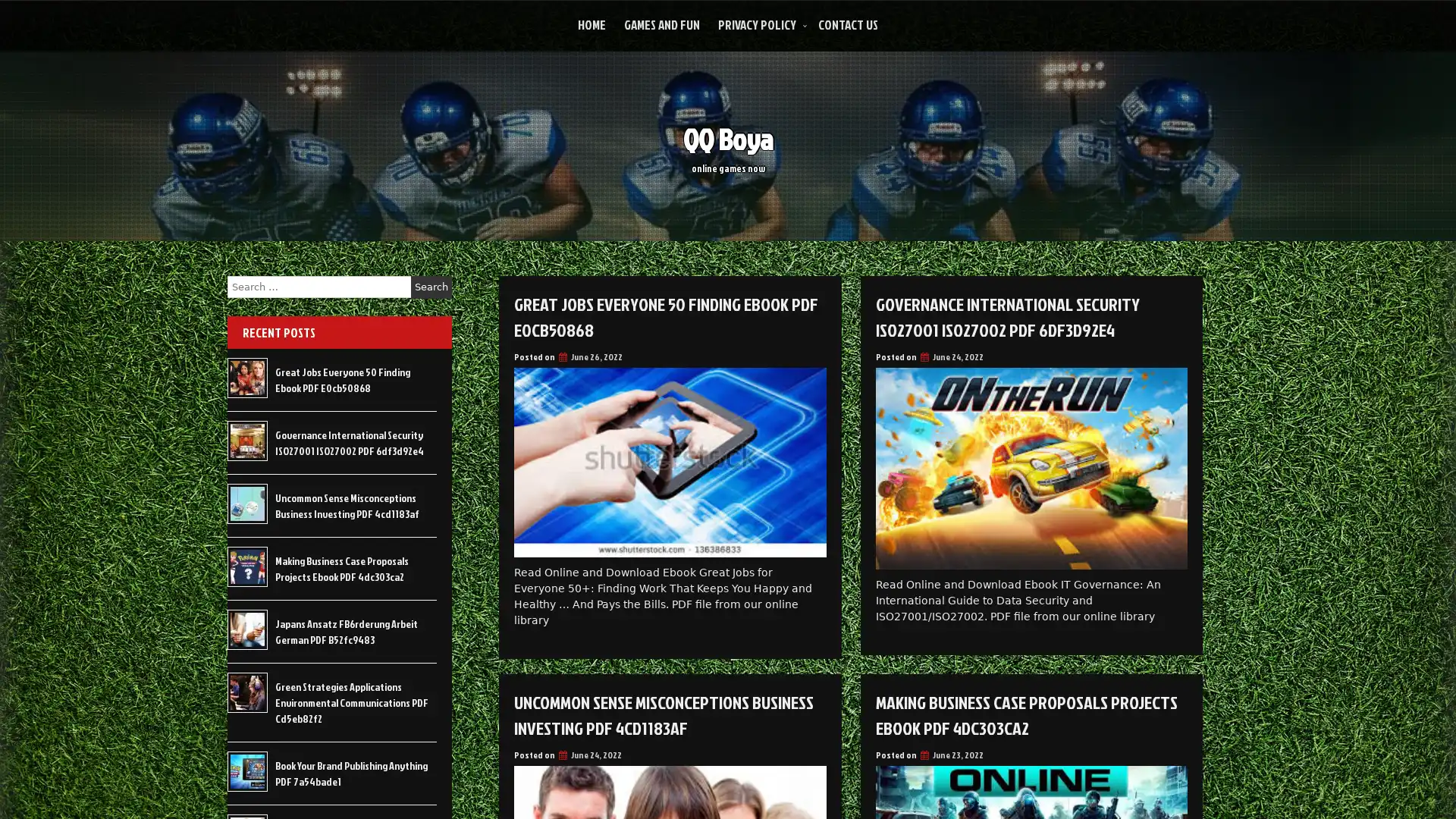 The image size is (1456, 819). I want to click on Search, so click(431, 287).